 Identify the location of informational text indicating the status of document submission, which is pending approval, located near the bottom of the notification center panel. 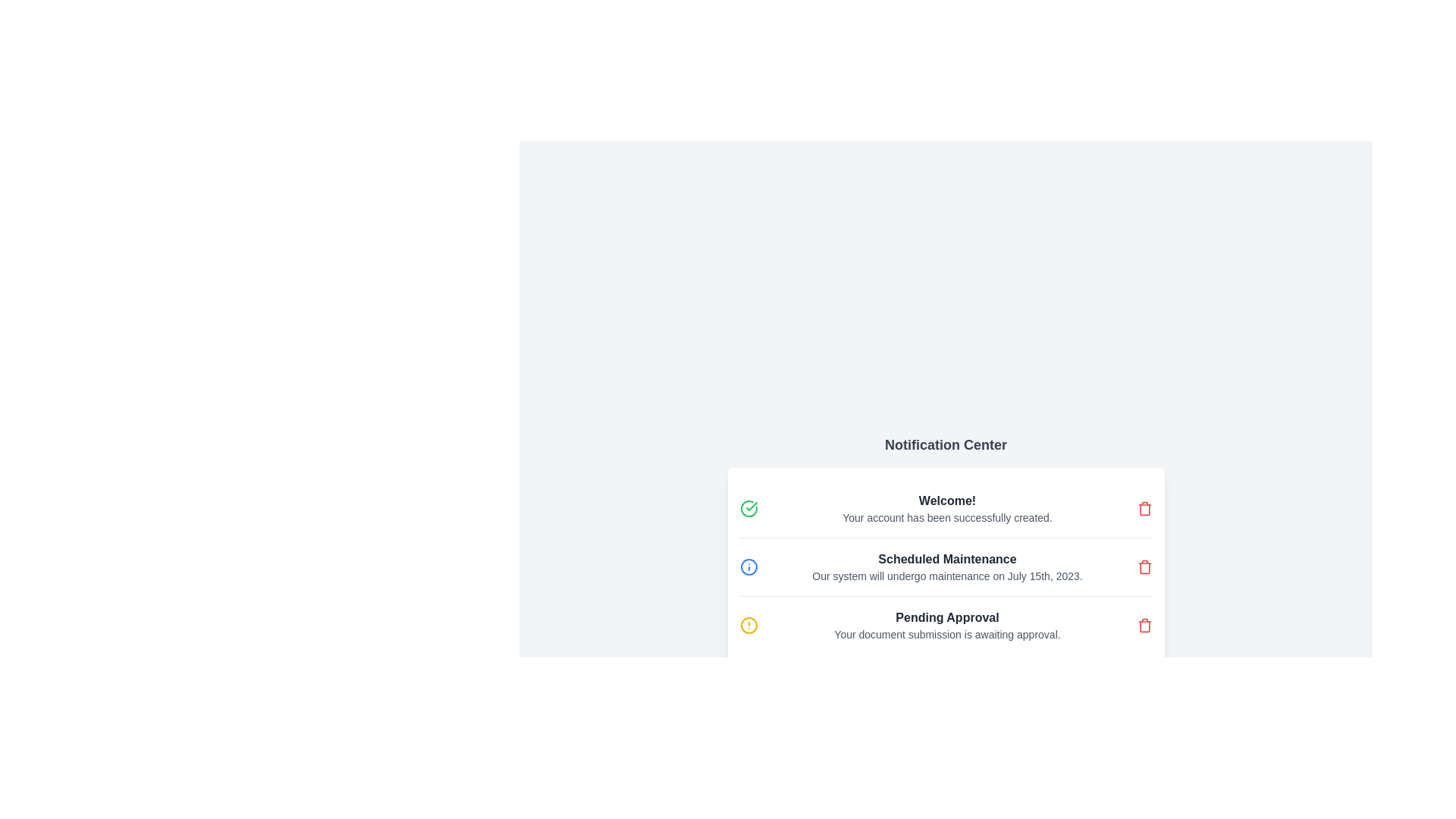
(946, 635).